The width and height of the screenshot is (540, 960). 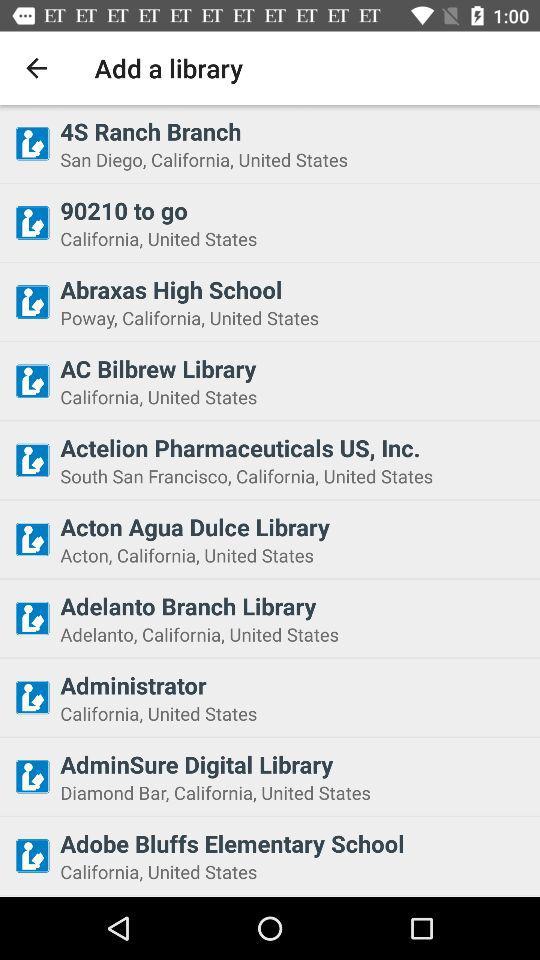 What do you see at coordinates (293, 367) in the screenshot?
I see `the icon above the california, united states icon` at bounding box center [293, 367].